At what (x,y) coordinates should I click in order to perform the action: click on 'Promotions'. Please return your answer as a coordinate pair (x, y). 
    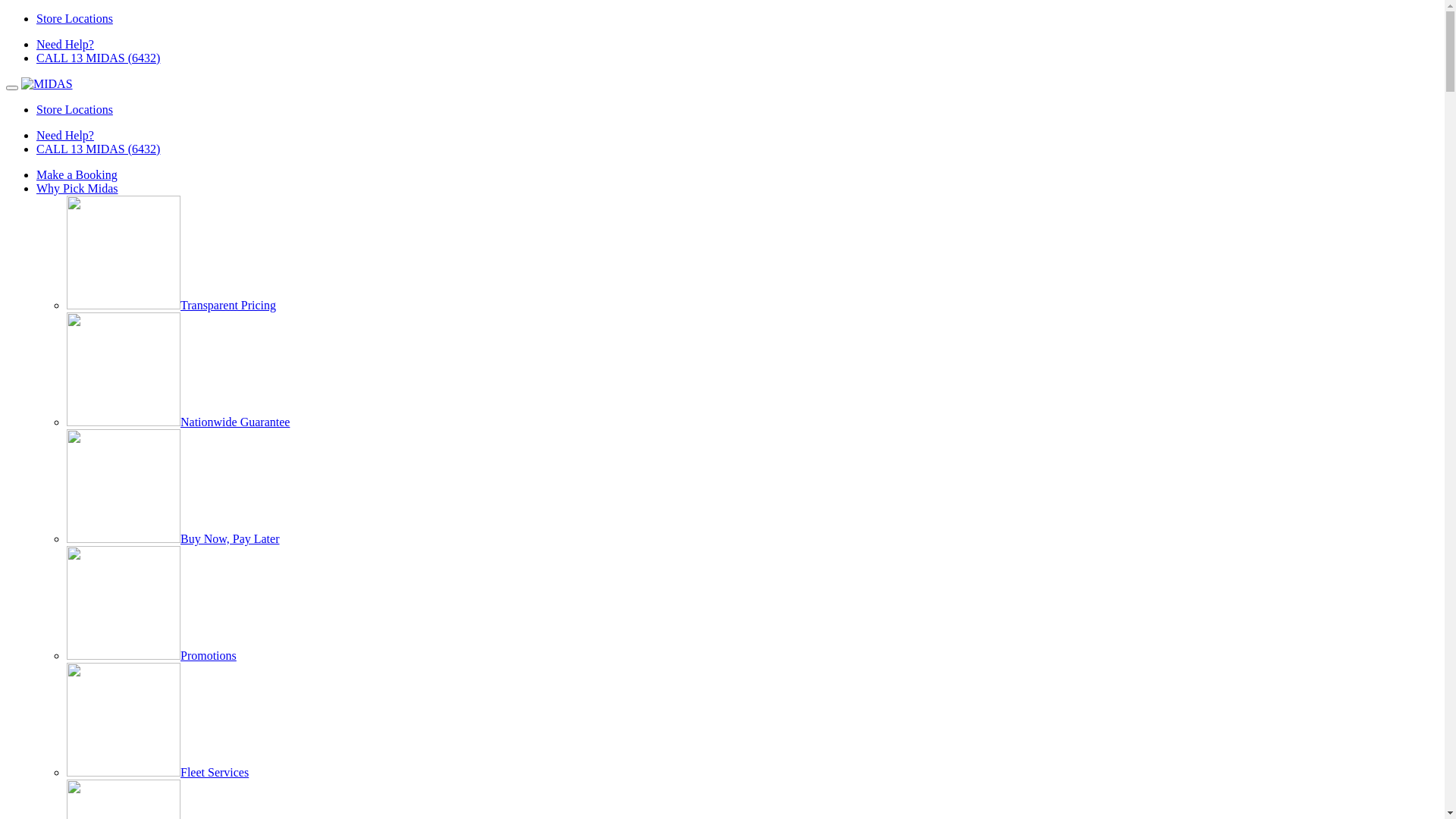
    Looking at the image, I should click on (152, 654).